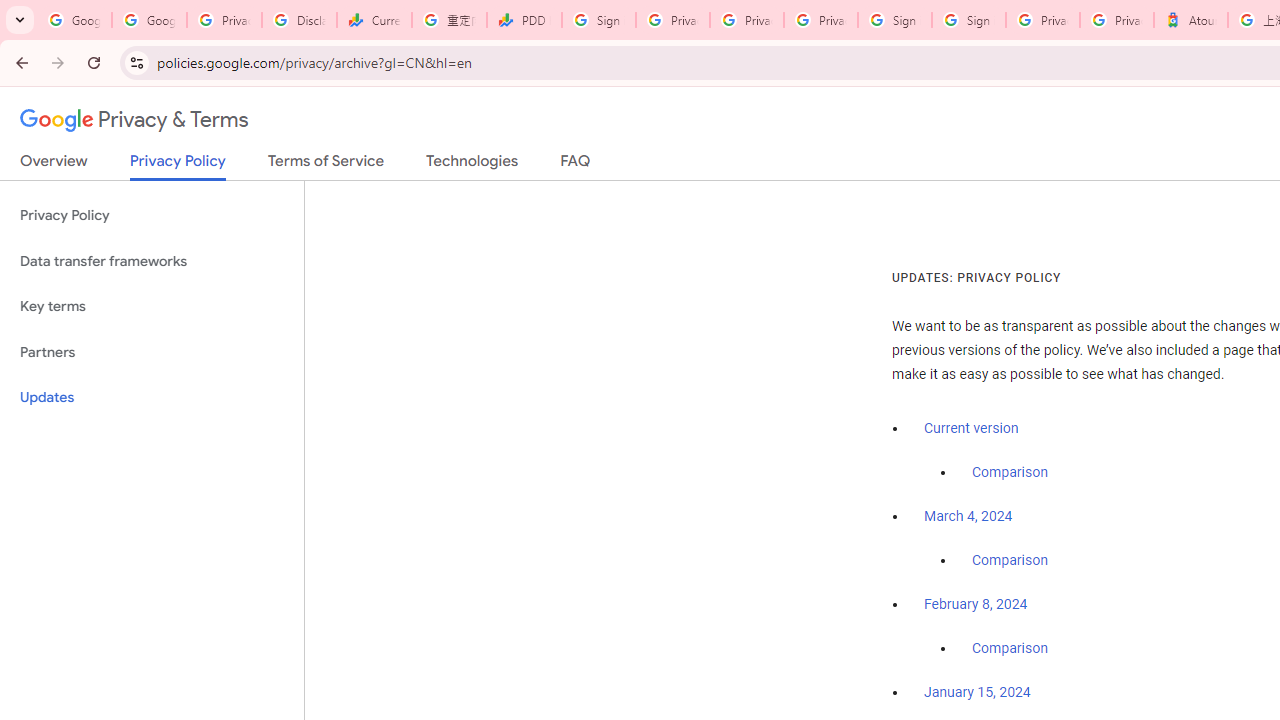 Image resolution: width=1280 pixels, height=720 pixels. Describe the element at coordinates (524, 20) in the screenshot. I see `'PDD Holdings Inc - ADR (PDD) Price & News - Google Finance'` at that location.